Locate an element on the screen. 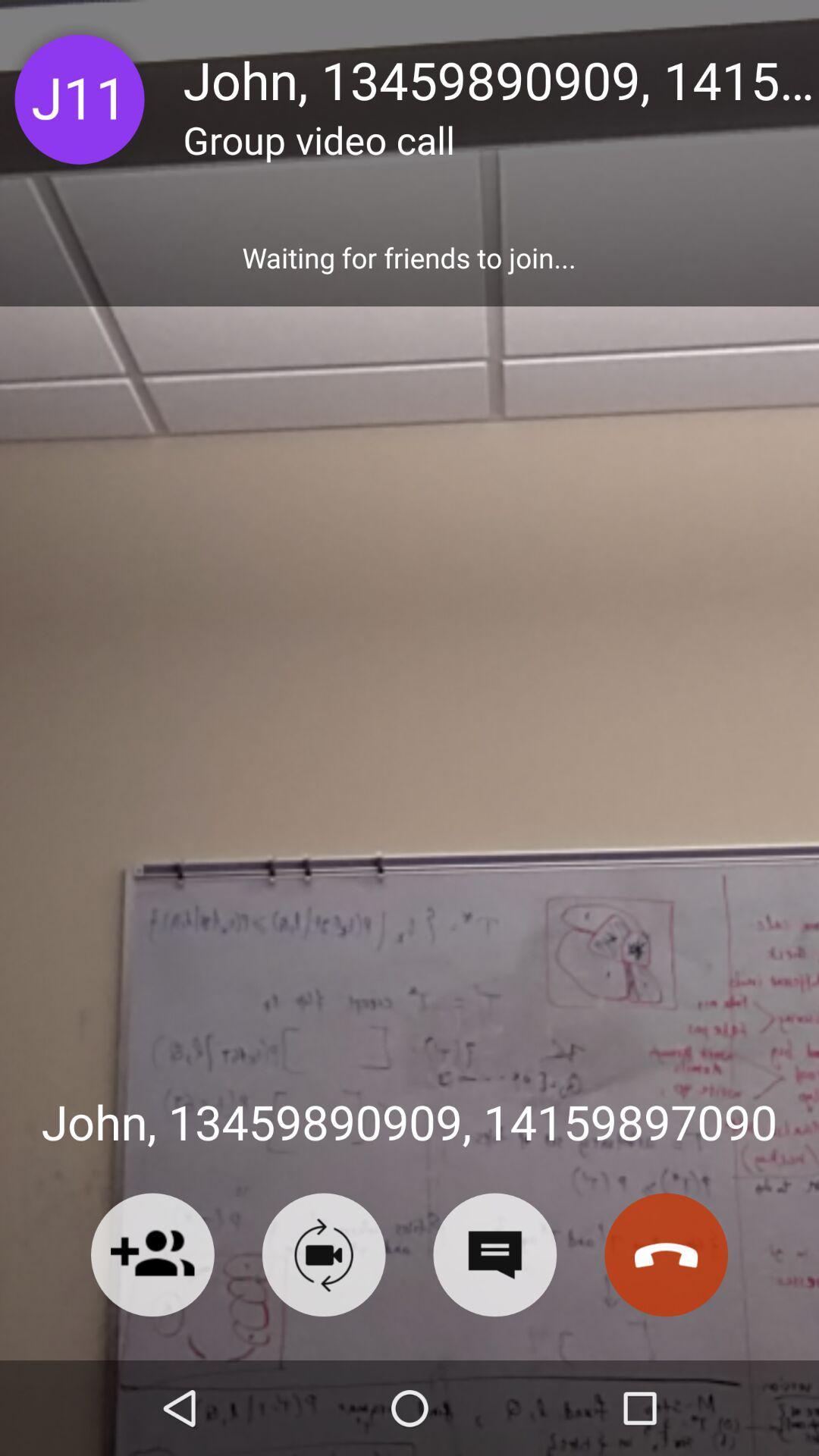  video is located at coordinates (323, 1254).